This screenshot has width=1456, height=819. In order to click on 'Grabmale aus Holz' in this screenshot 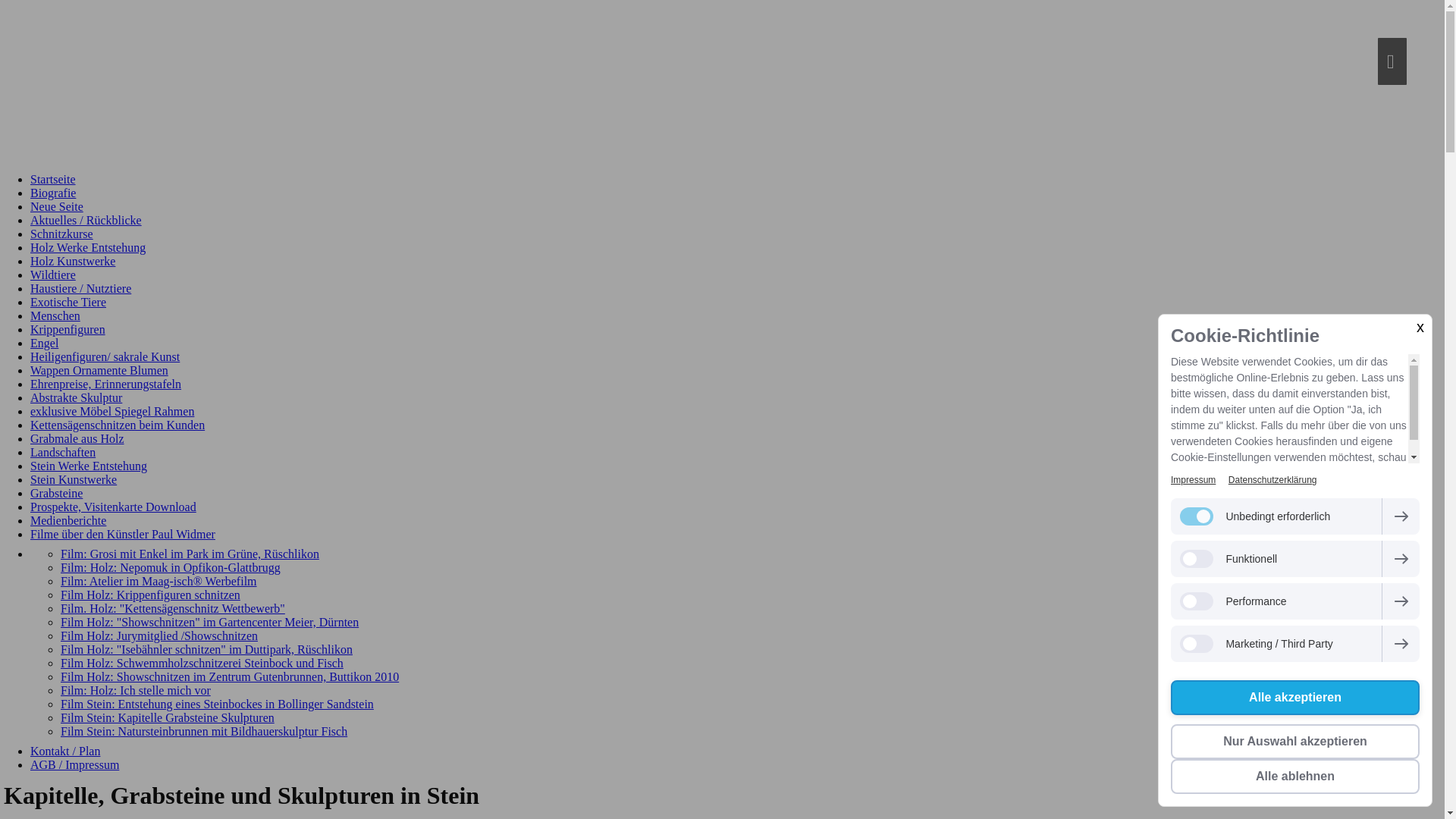, I will do `click(76, 438)`.